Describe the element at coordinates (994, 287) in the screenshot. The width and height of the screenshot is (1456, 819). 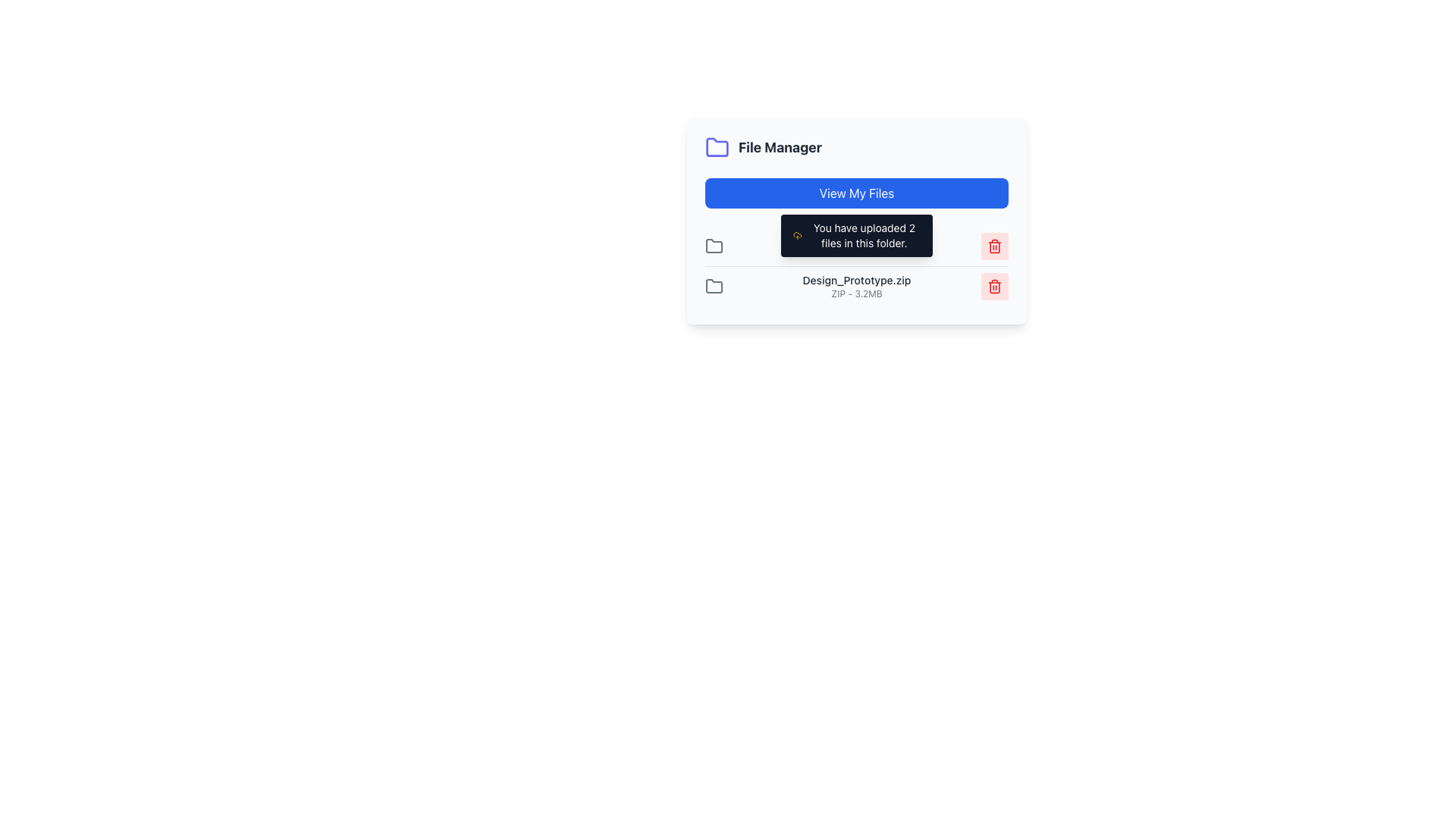
I see `the Trash Can icon located at the right end of the row for the file entry labeled 'Design_Prototype.zip'` at that location.